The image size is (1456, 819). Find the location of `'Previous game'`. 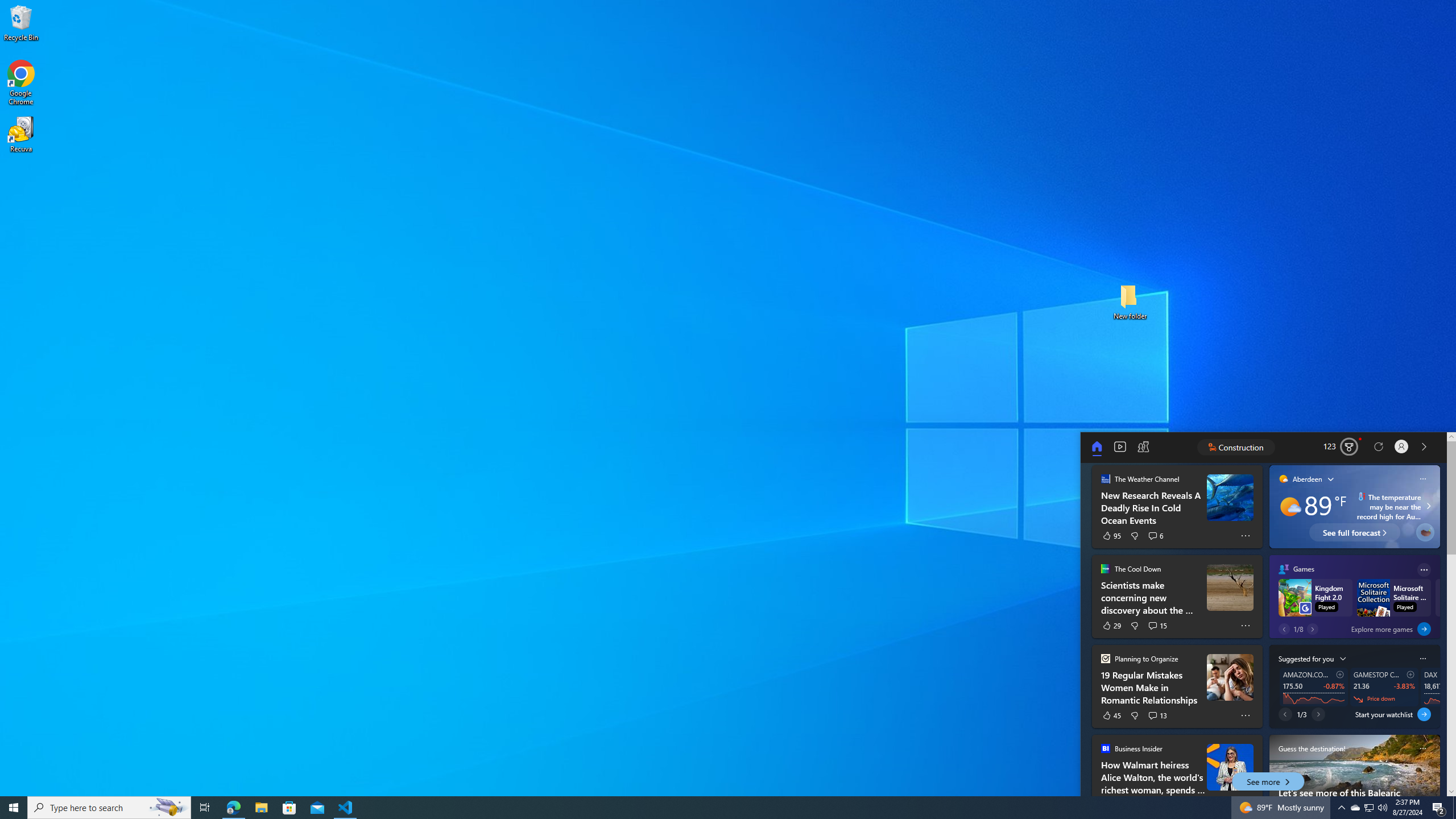

'Previous game' is located at coordinates (1284, 628).